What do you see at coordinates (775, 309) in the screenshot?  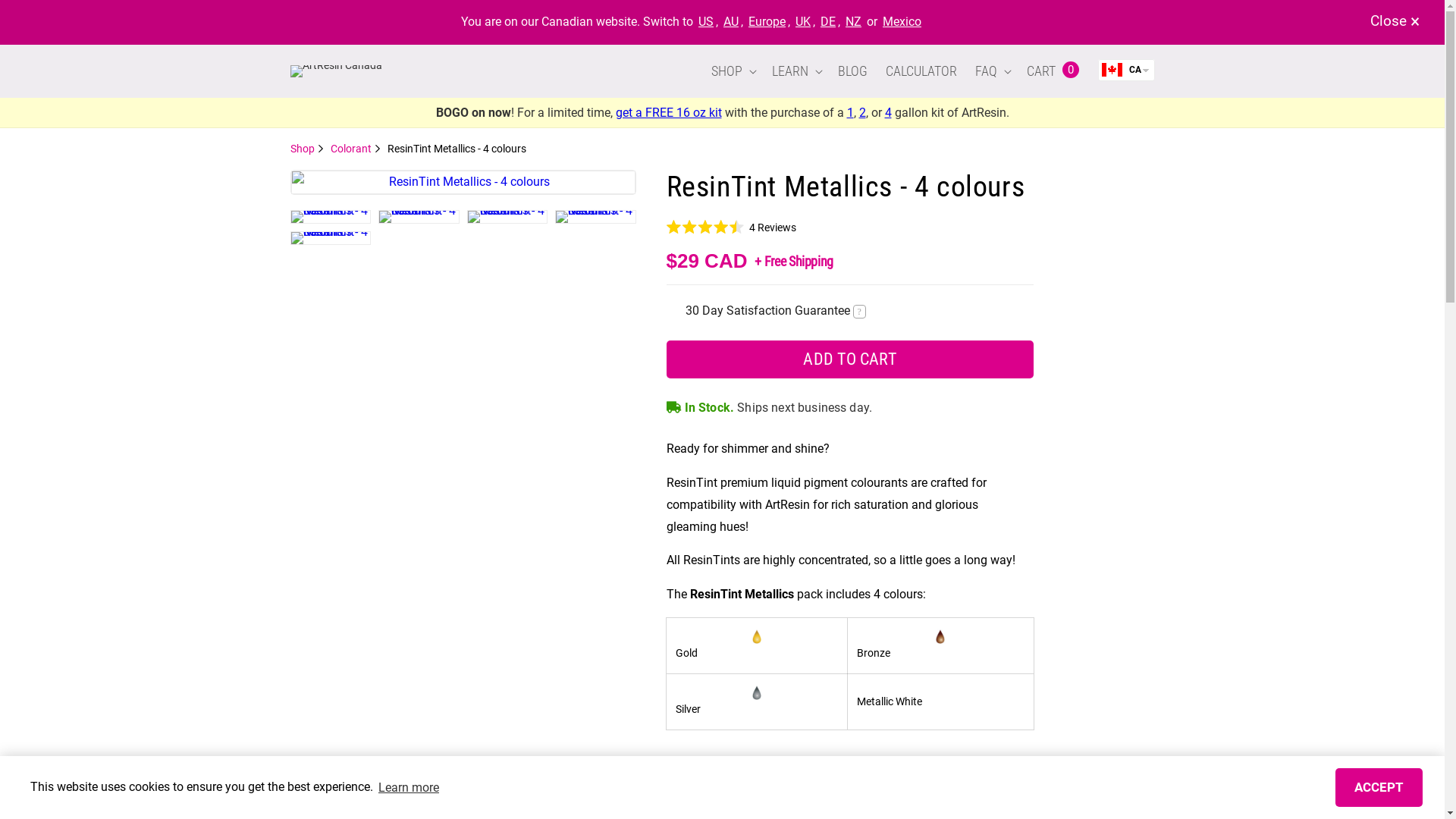 I see `'30 Day Satisfaction Guarantee ?'` at bounding box center [775, 309].